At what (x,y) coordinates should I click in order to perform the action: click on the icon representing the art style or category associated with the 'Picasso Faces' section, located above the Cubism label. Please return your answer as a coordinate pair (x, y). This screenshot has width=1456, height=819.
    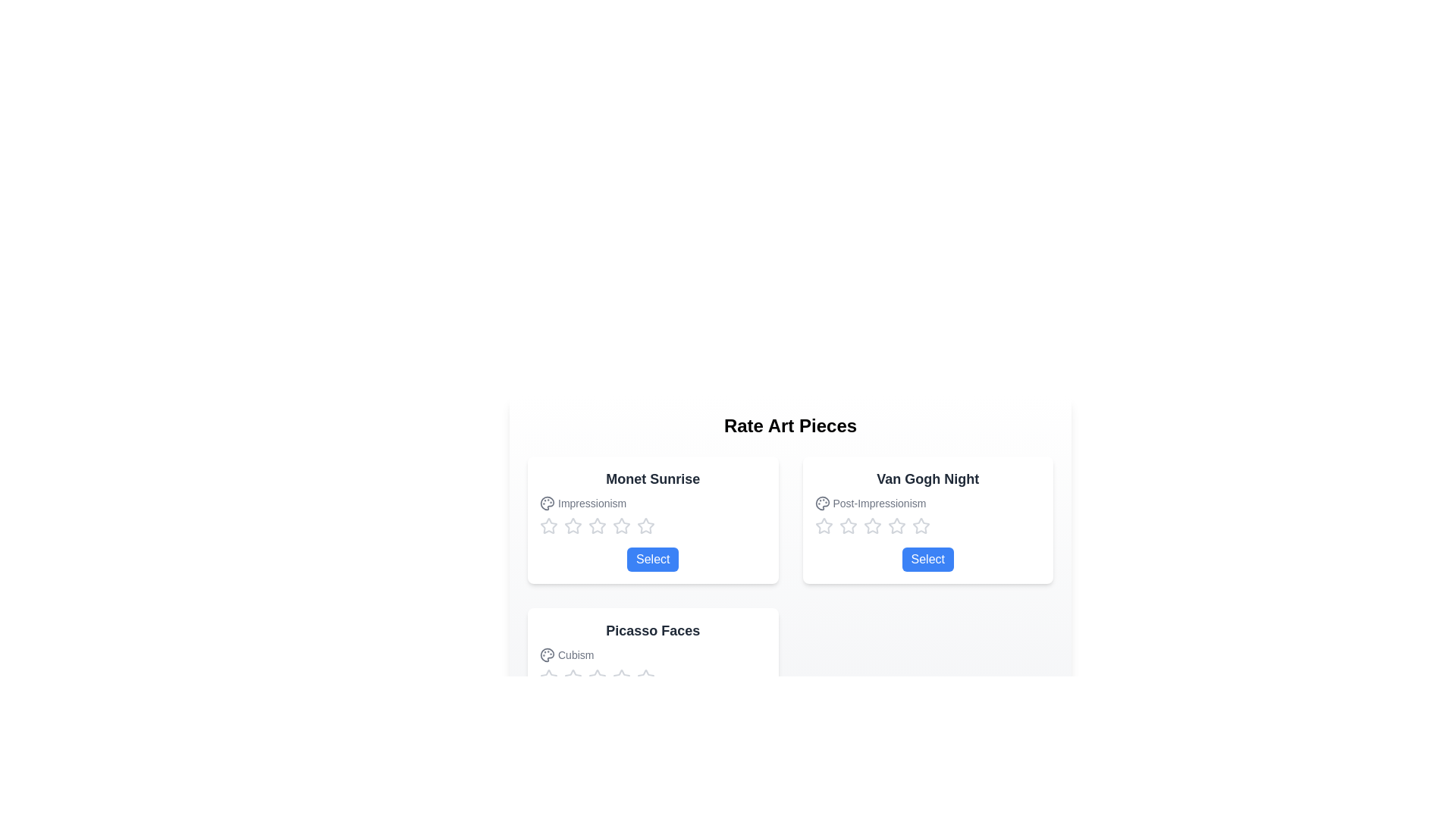
    Looking at the image, I should click on (546, 654).